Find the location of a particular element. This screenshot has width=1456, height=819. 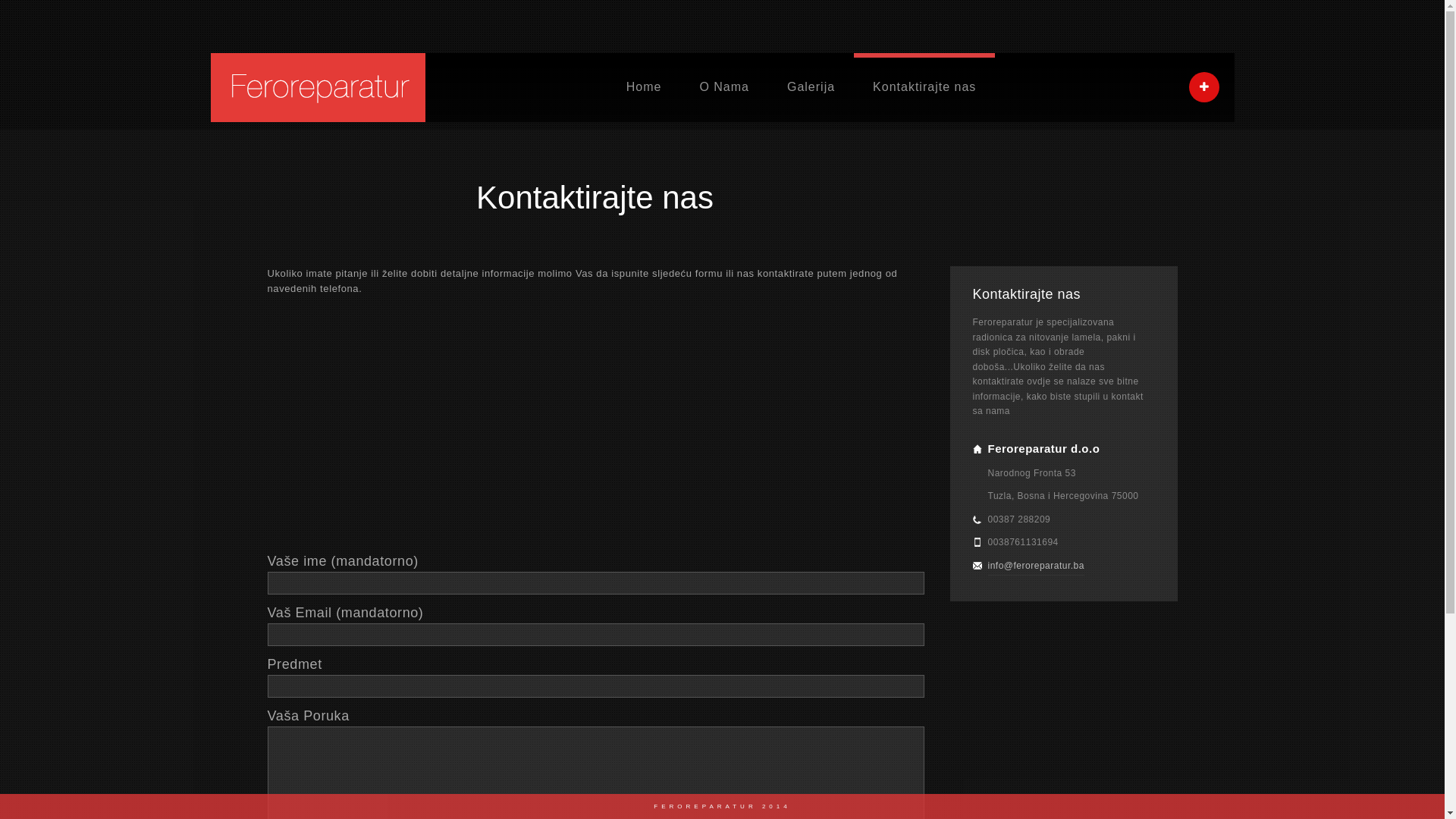

'Galerija' is located at coordinates (810, 87).